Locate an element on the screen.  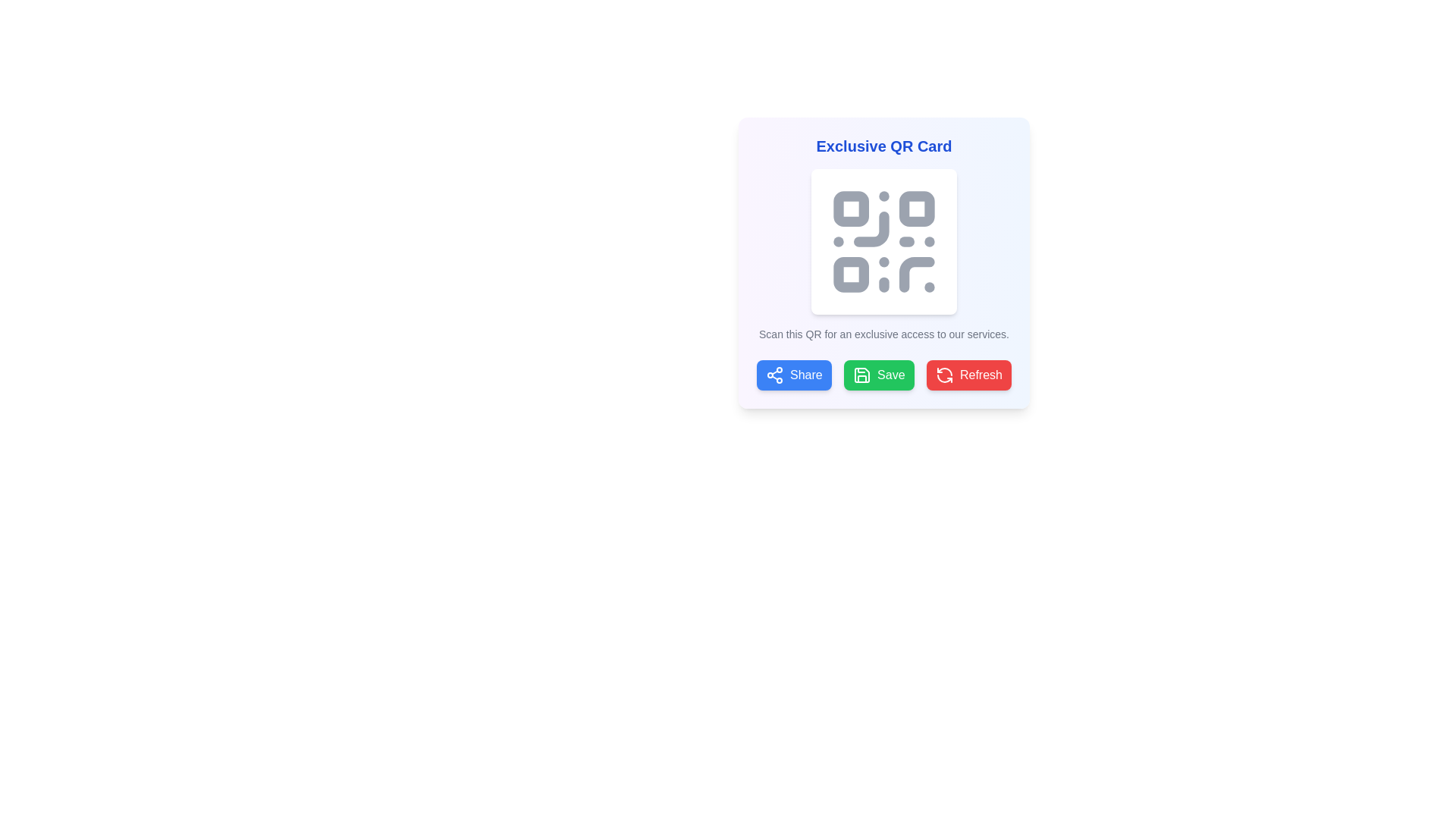
the green 'Save' button, which is the second button from the left in a row of three buttons is located at coordinates (879, 375).